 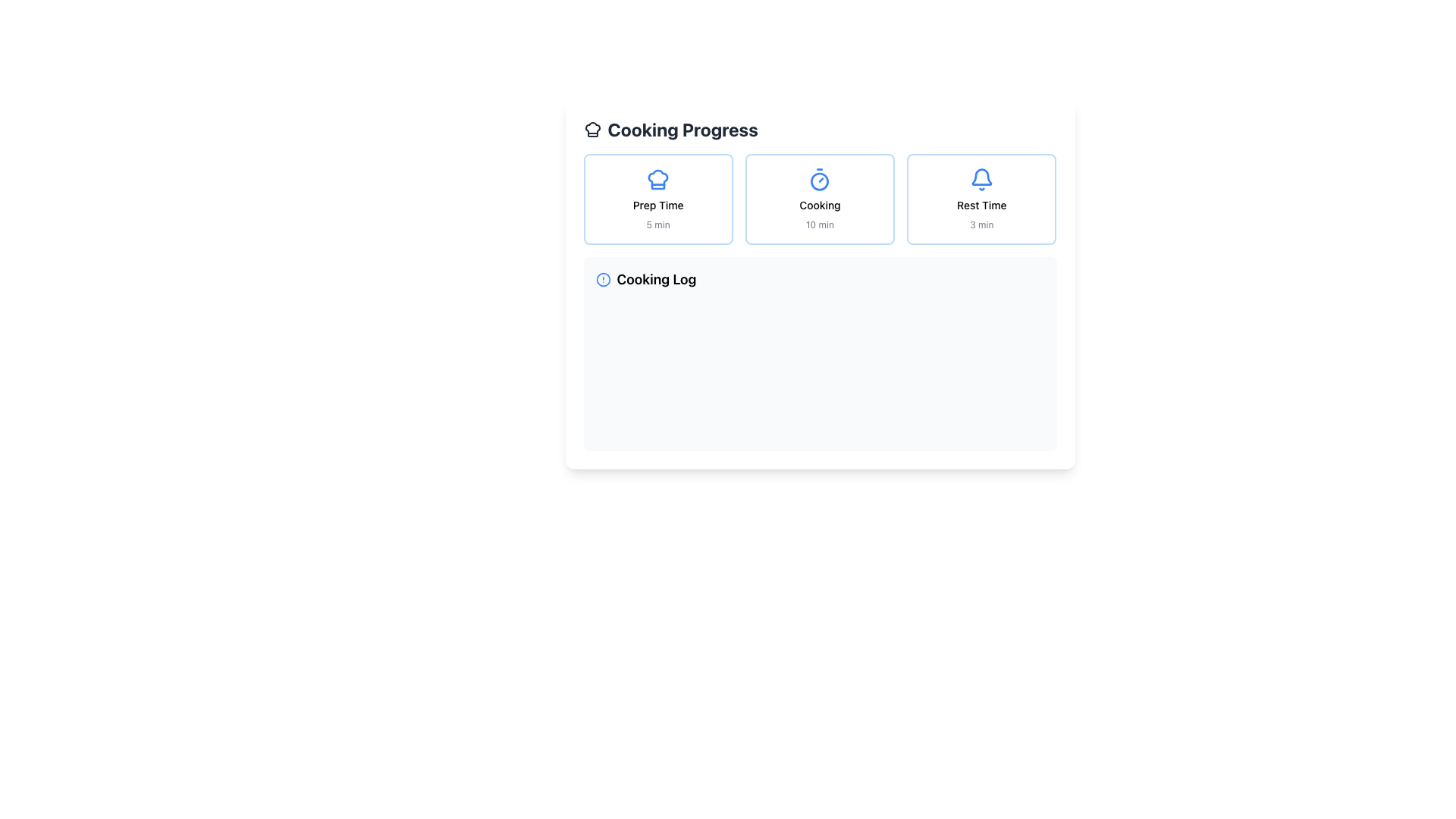 What do you see at coordinates (819, 198) in the screenshot?
I see `the card-style display element that shows the cooking duration of '10 min', located in the center column of the grid below the 'Cooking Progress' heading` at bounding box center [819, 198].